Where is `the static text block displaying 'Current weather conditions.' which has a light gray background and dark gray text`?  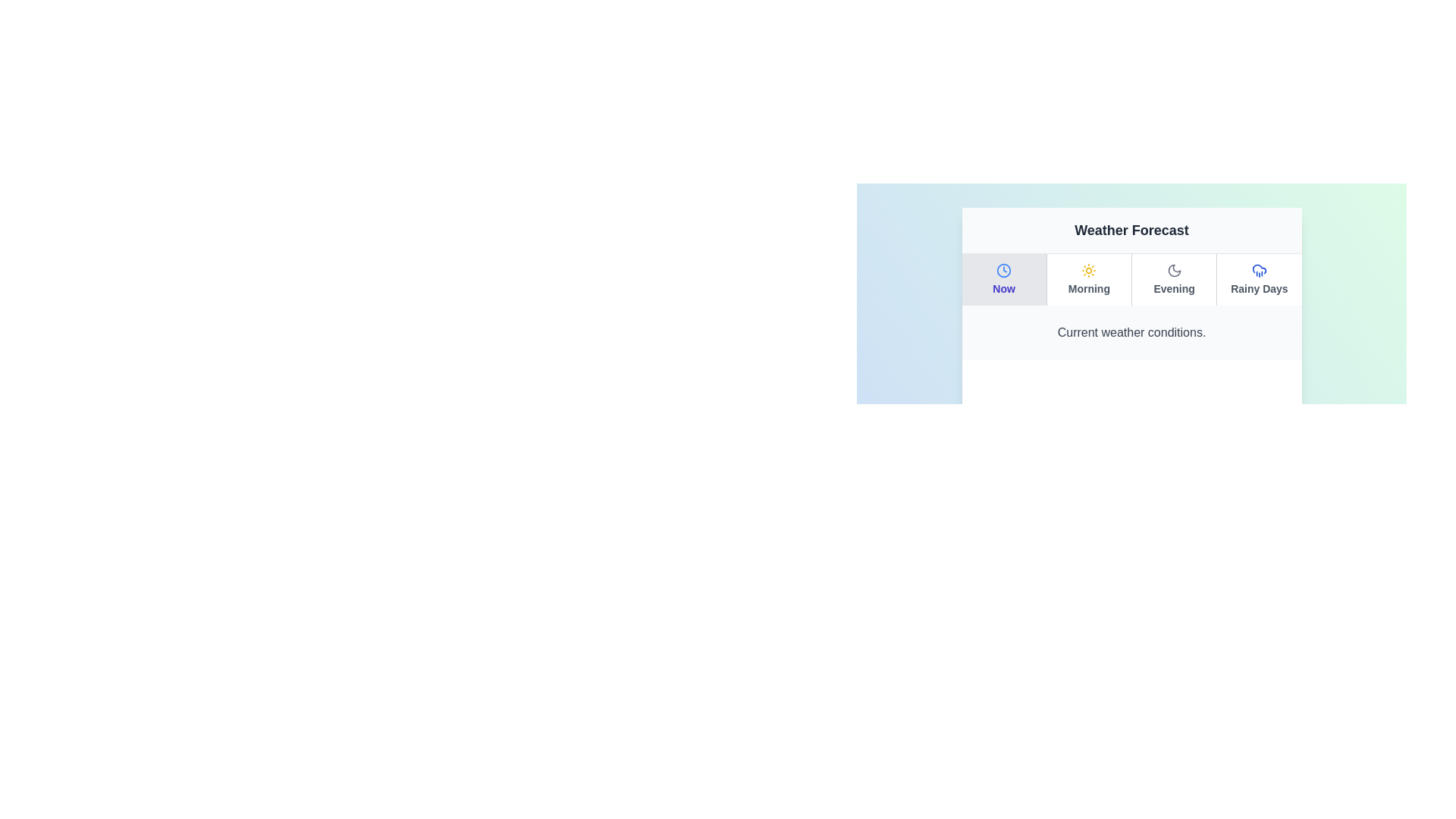 the static text block displaying 'Current weather conditions.' which has a light gray background and dark gray text is located at coordinates (1131, 332).